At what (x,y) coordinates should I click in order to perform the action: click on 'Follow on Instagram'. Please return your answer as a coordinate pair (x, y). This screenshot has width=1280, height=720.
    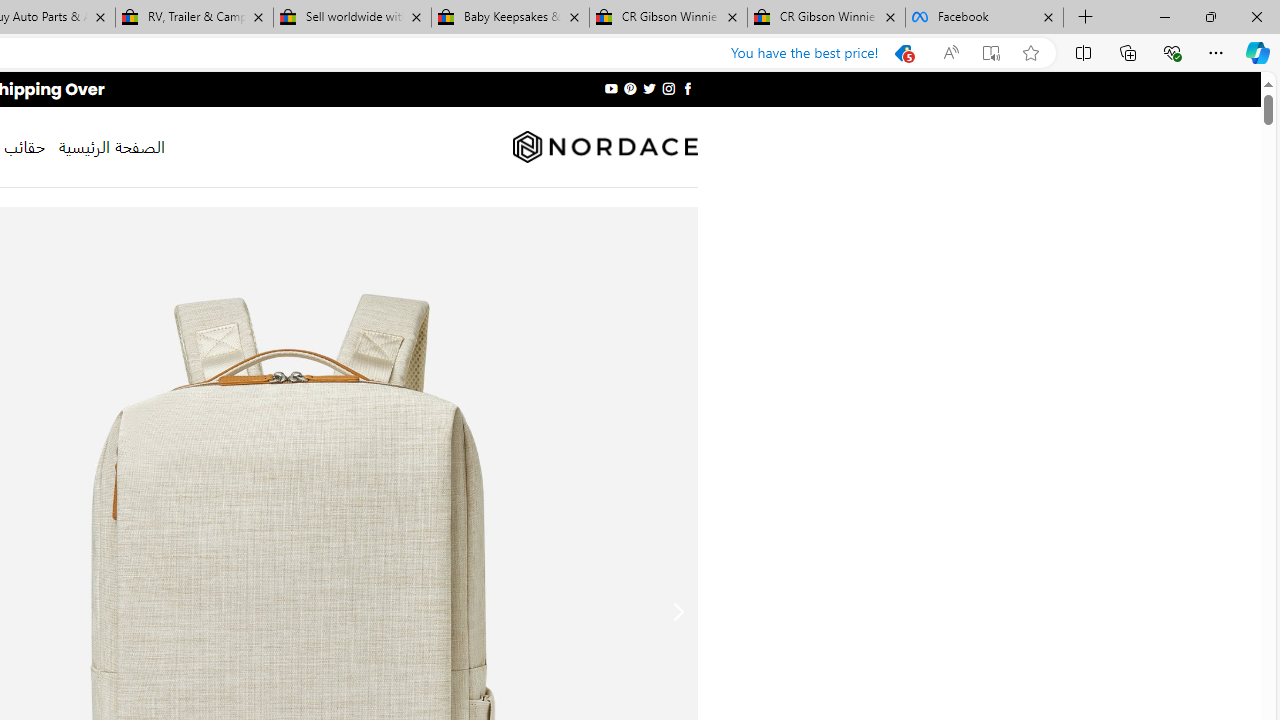
    Looking at the image, I should click on (668, 88).